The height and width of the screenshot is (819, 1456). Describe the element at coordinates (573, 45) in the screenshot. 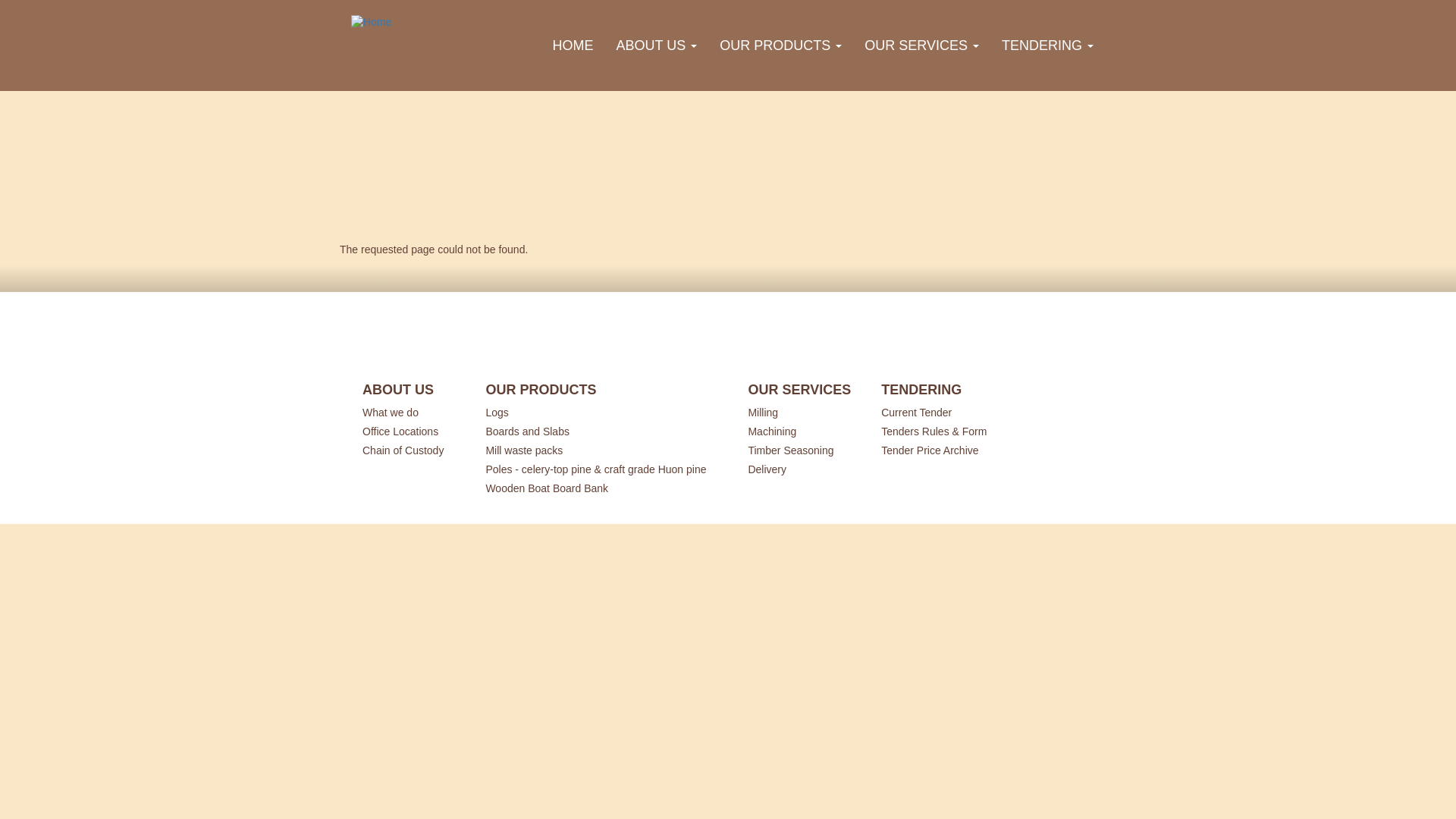

I see `'HOME'` at that location.